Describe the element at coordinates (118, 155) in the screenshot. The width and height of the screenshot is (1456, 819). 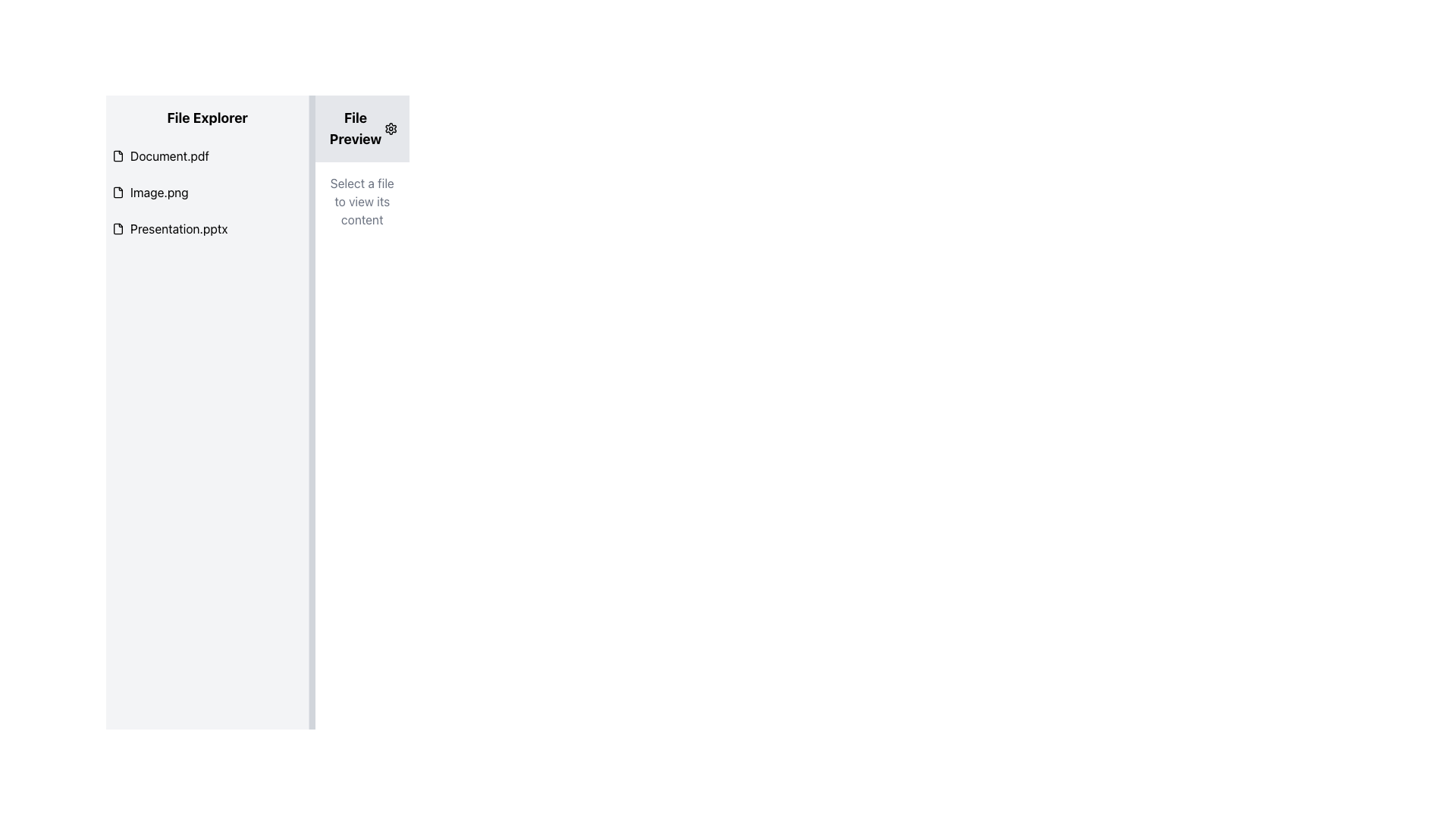
I see `the rectangular file icon, which resembles a document with a bent top-right corner` at that location.